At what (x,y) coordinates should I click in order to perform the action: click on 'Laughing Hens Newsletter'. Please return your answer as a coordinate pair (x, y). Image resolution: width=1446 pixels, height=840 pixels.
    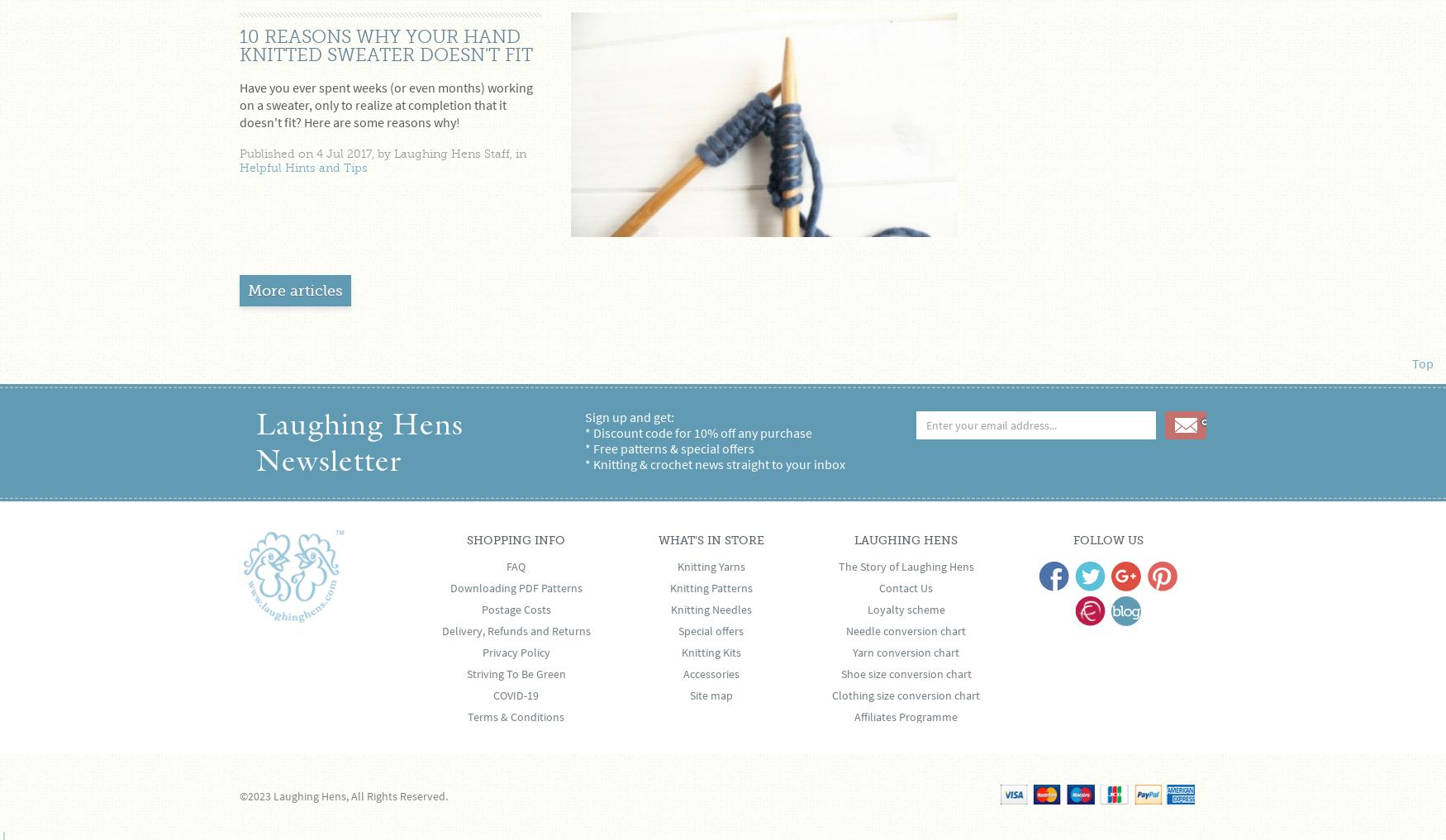
    Looking at the image, I should click on (358, 445).